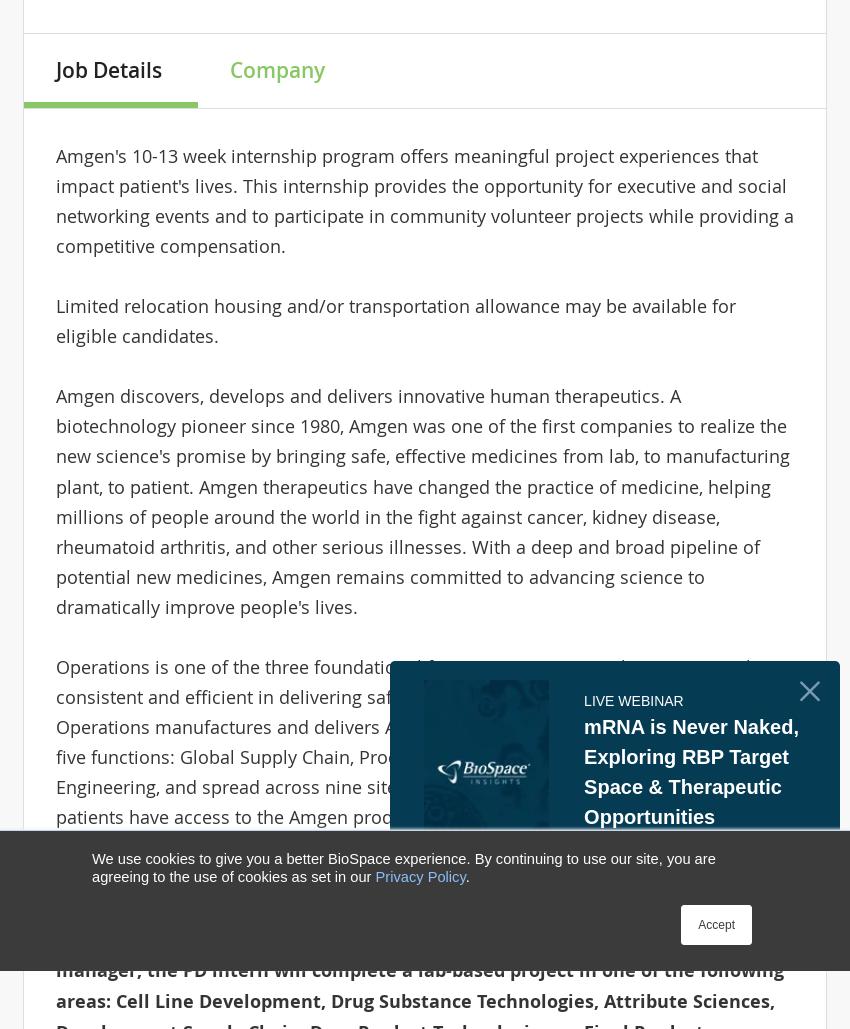  Describe the element at coordinates (715, 924) in the screenshot. I see `'Accept'` at that location.